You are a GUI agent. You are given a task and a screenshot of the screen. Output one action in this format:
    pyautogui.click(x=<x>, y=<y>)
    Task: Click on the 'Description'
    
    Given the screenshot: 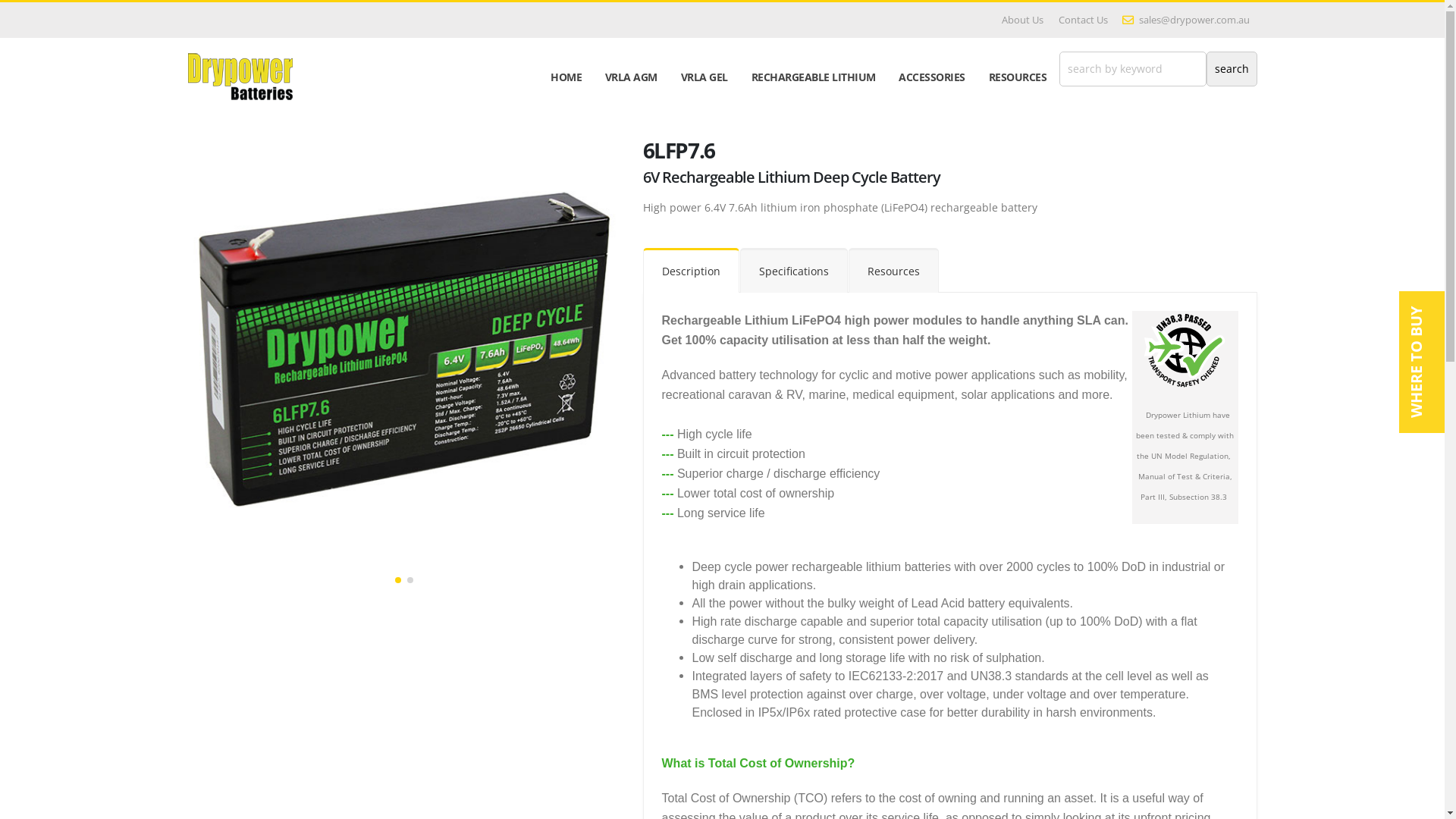 What is the action you would take?
    pyautogui.click(x=690, y=269)
    